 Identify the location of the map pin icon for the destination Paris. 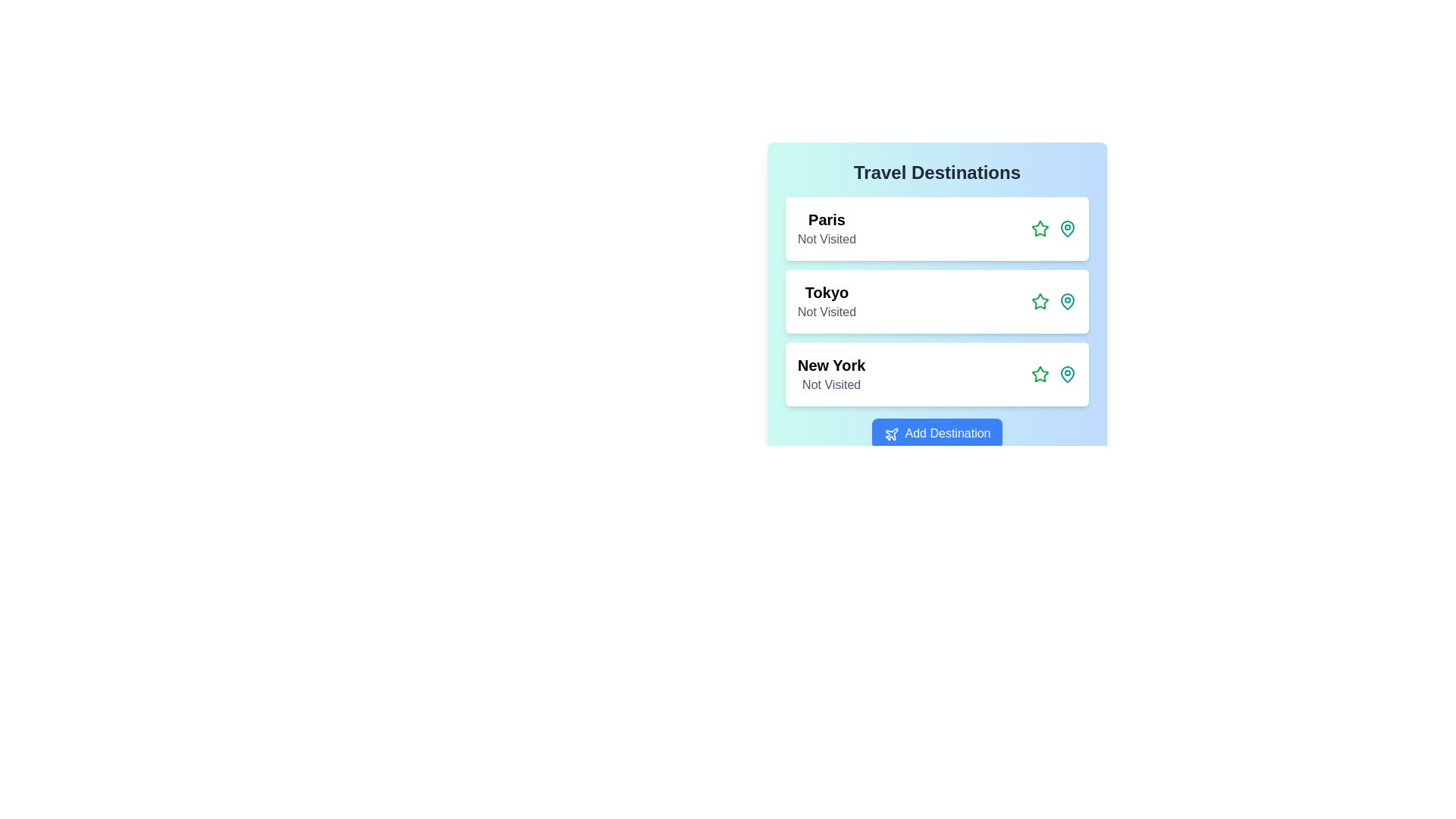
(1066, 228).